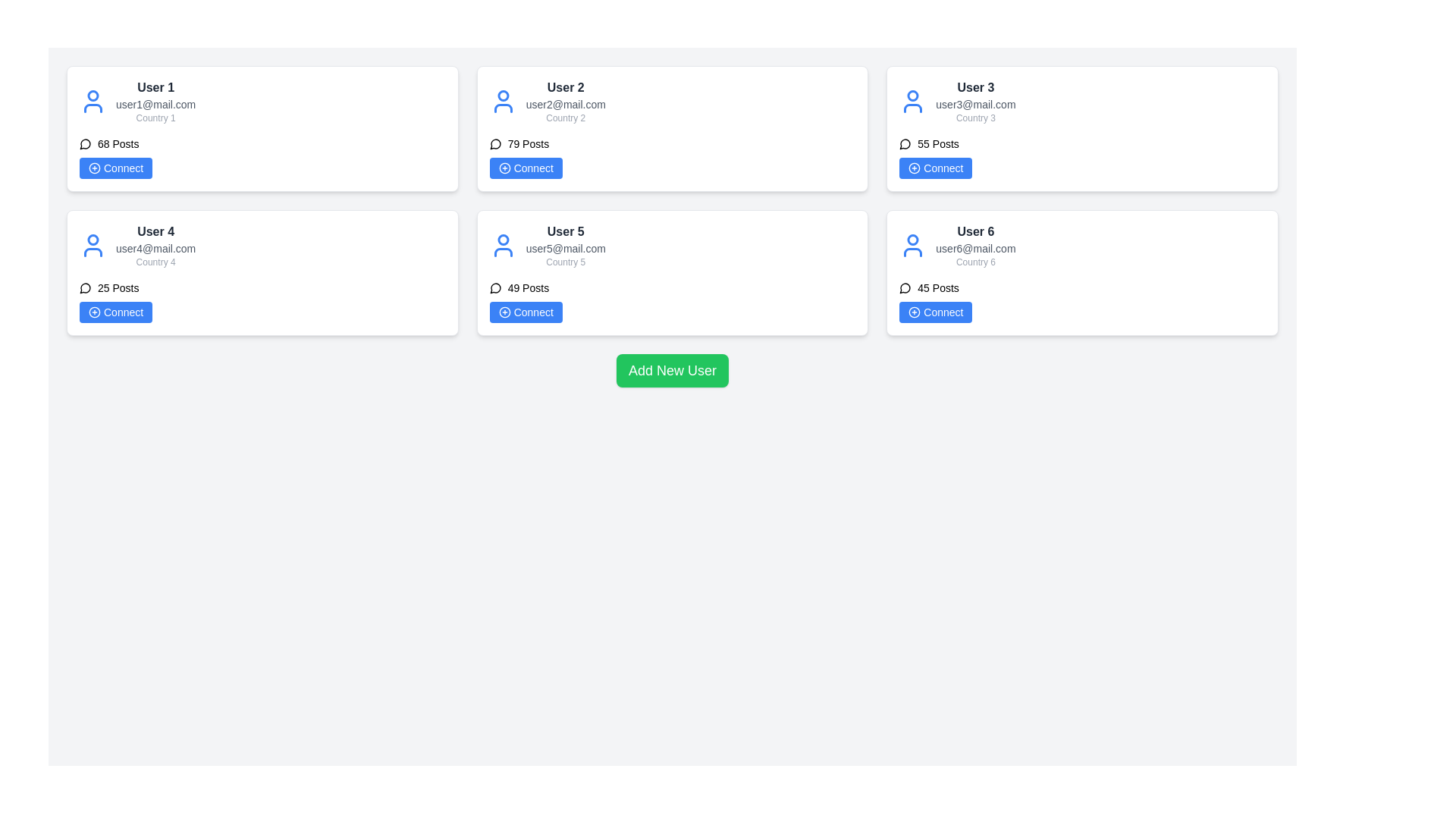 The image size is (1456, 819). I want to click on the user icon SVG representation located in the top-left card of the interface containing details of 'User 1', so click(93, 102).